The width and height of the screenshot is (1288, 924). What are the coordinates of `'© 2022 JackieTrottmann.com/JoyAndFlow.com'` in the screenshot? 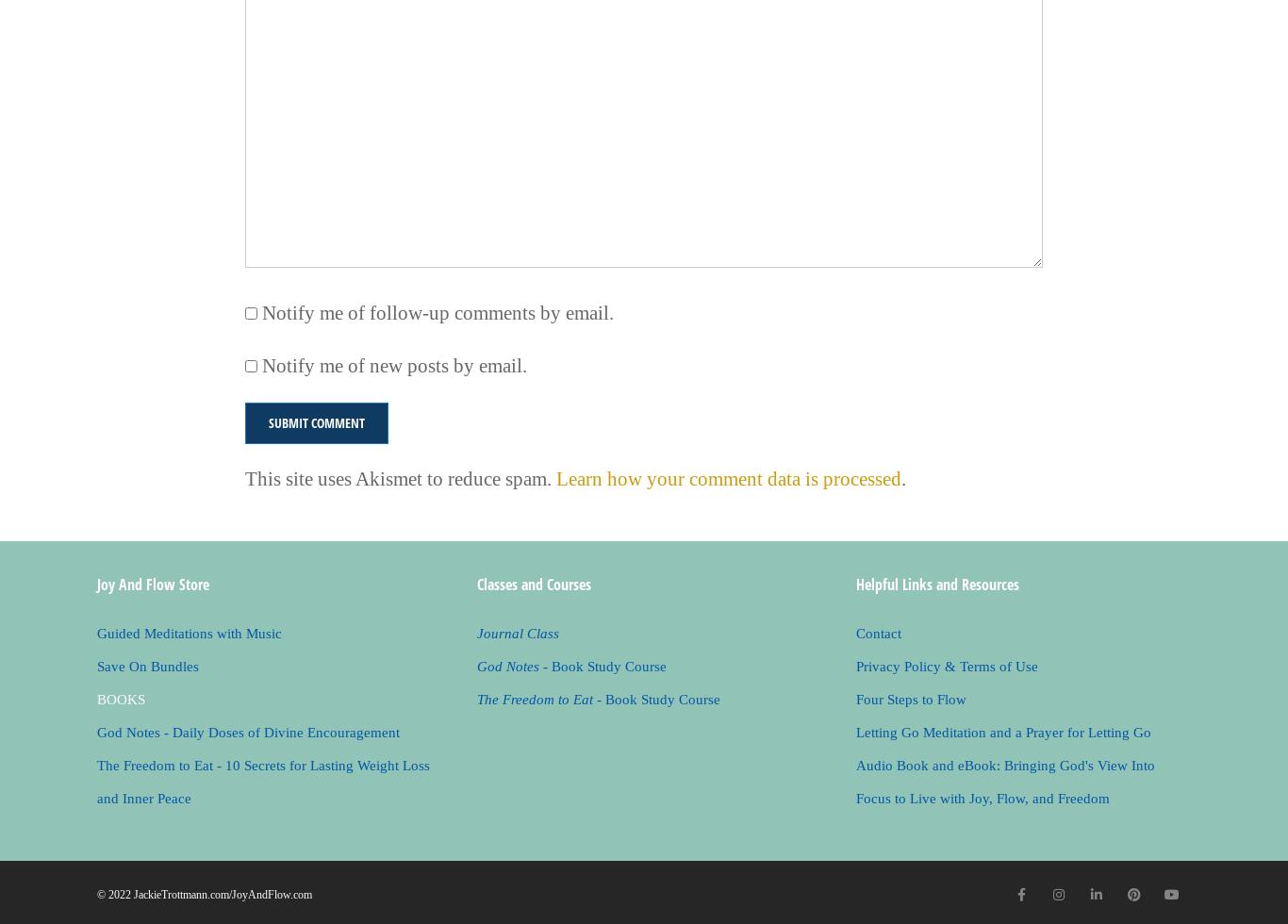 It's located at (204, 894).